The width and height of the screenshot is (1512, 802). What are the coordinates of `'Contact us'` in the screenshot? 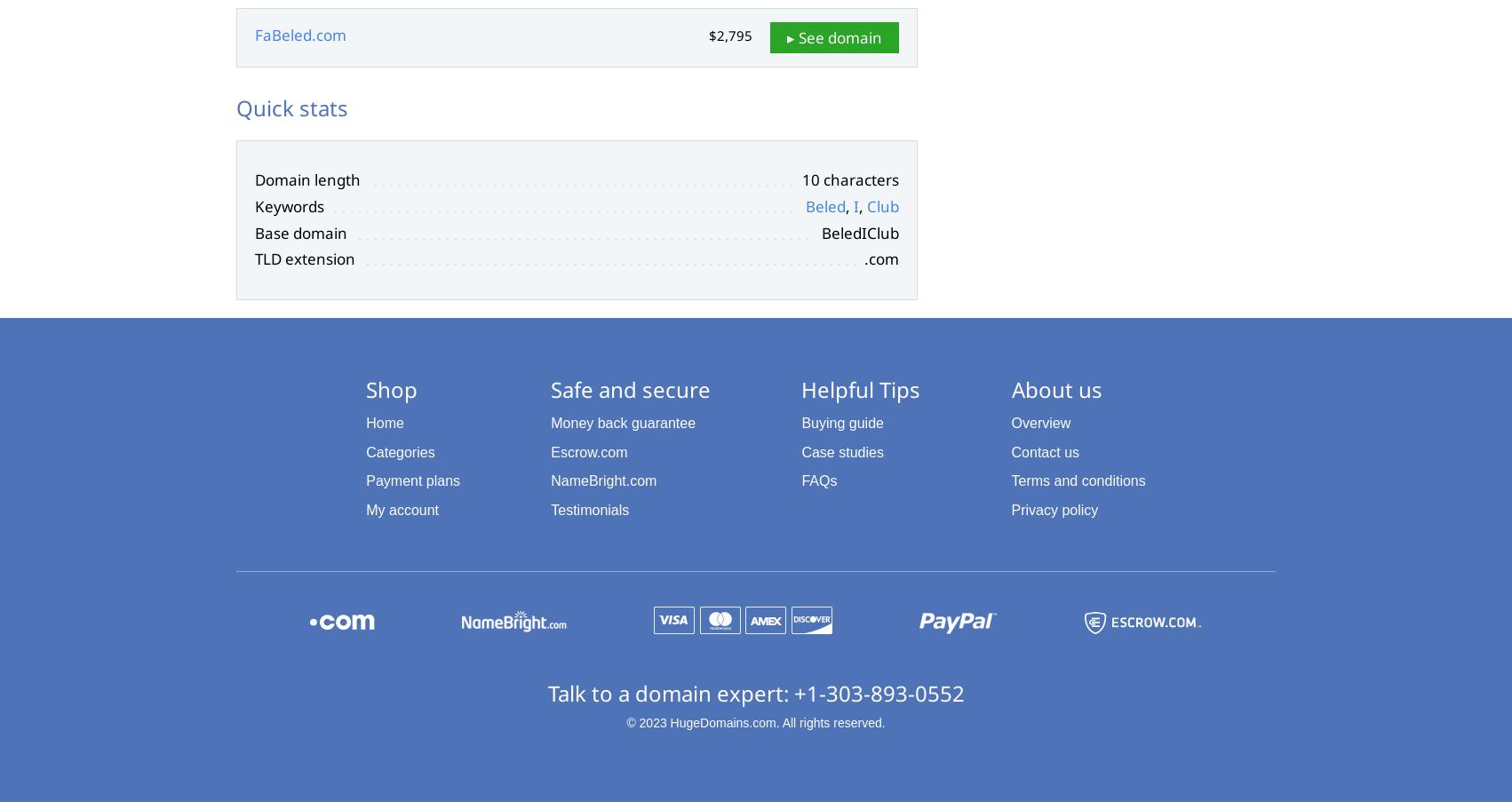 It's located at (1045, 451).